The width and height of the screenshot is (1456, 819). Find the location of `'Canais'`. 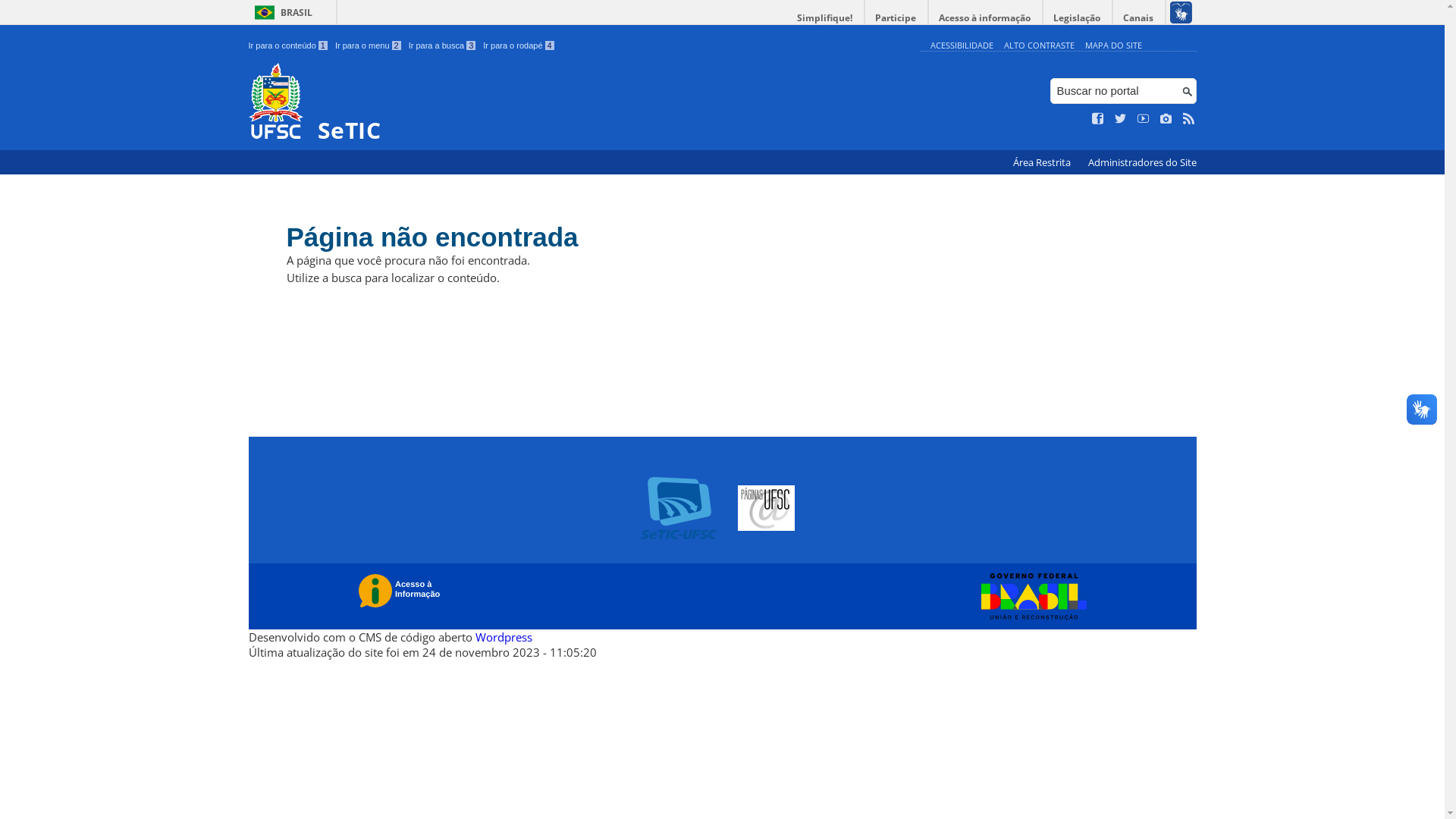

'Canais' is located at coordinates (1139, 17).